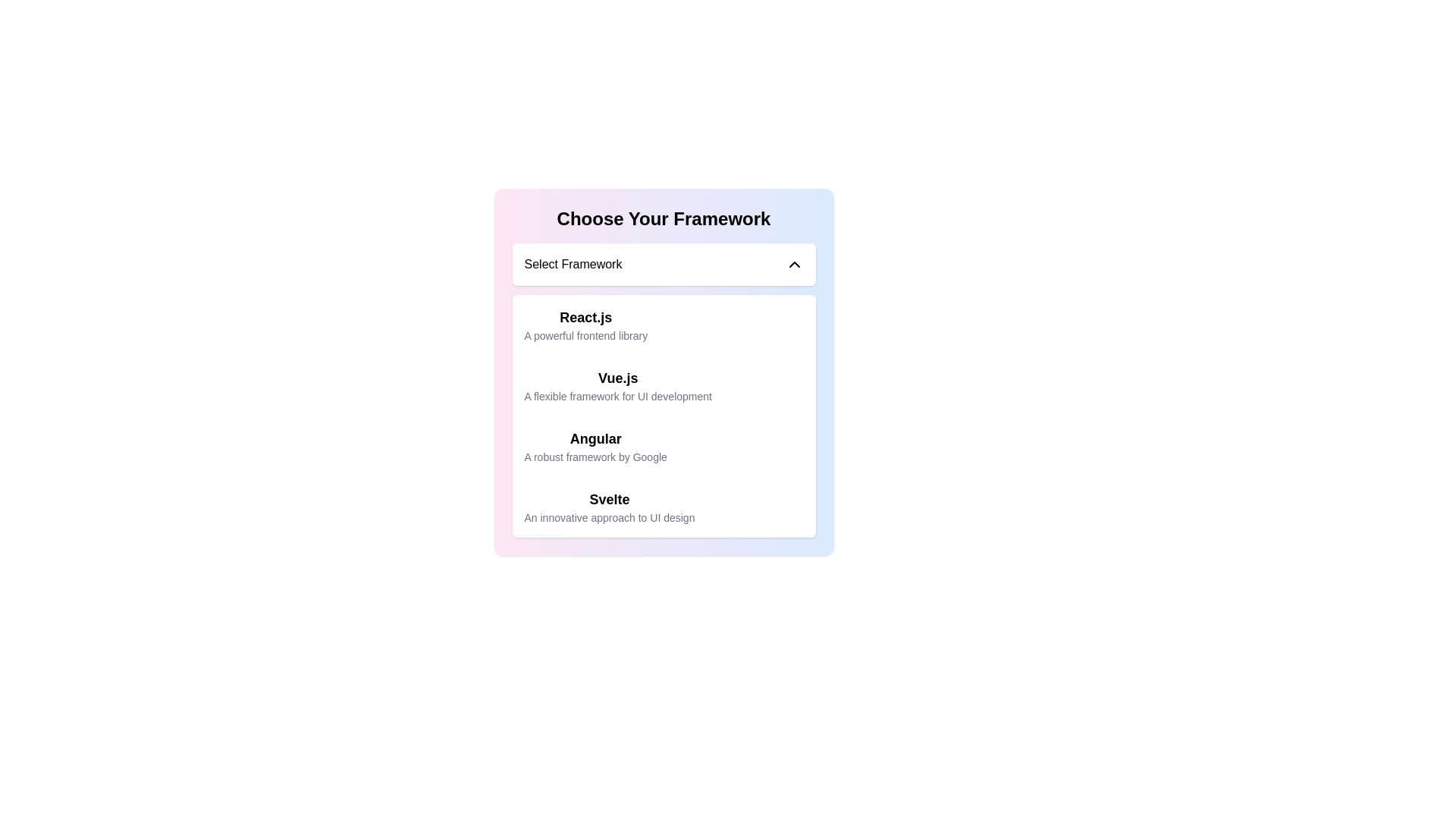 The width and height of the screenshot is (1456, 819). I want to click on the descriptive text label that provides additional information about the 'React.js' item in the list, which is located directly below the bold header 'React.js' in the 'Choose Your Framework' panel, so click(585, 335).